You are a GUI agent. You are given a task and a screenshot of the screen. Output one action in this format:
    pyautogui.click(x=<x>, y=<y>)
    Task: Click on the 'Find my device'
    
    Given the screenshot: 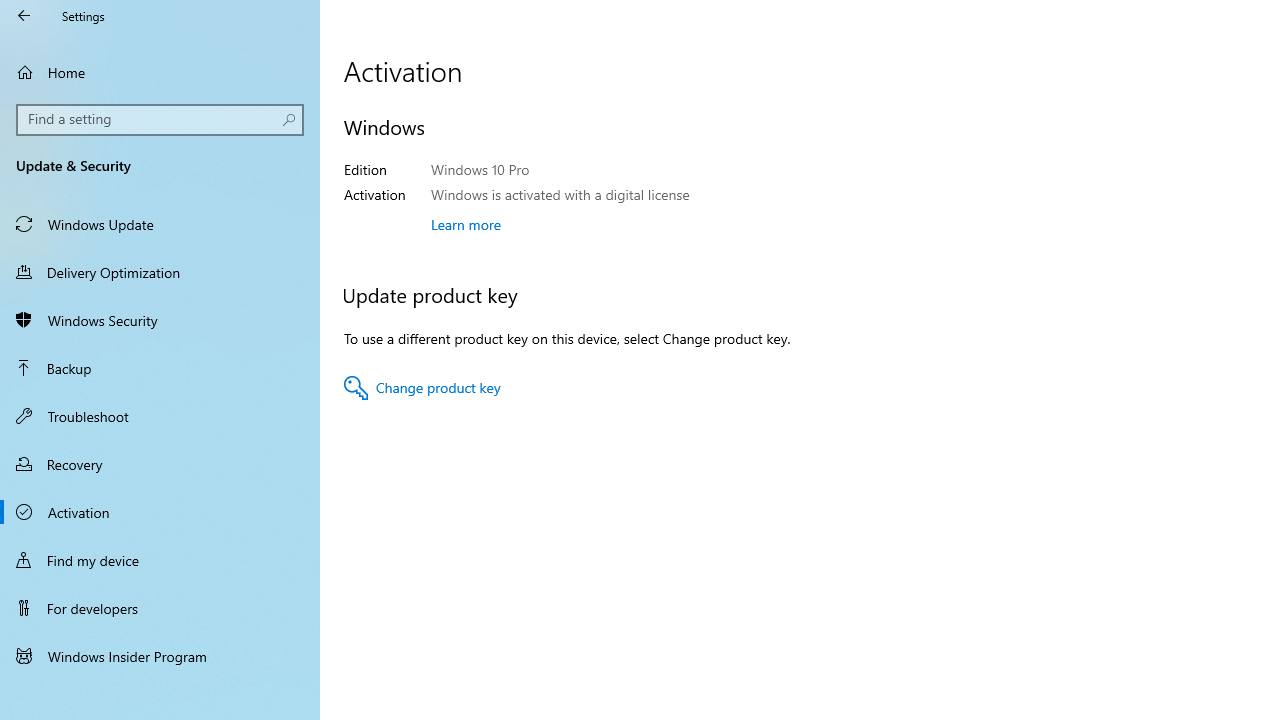 What is the action you would take?
    pyautogui.click(x=160, y=559)
    